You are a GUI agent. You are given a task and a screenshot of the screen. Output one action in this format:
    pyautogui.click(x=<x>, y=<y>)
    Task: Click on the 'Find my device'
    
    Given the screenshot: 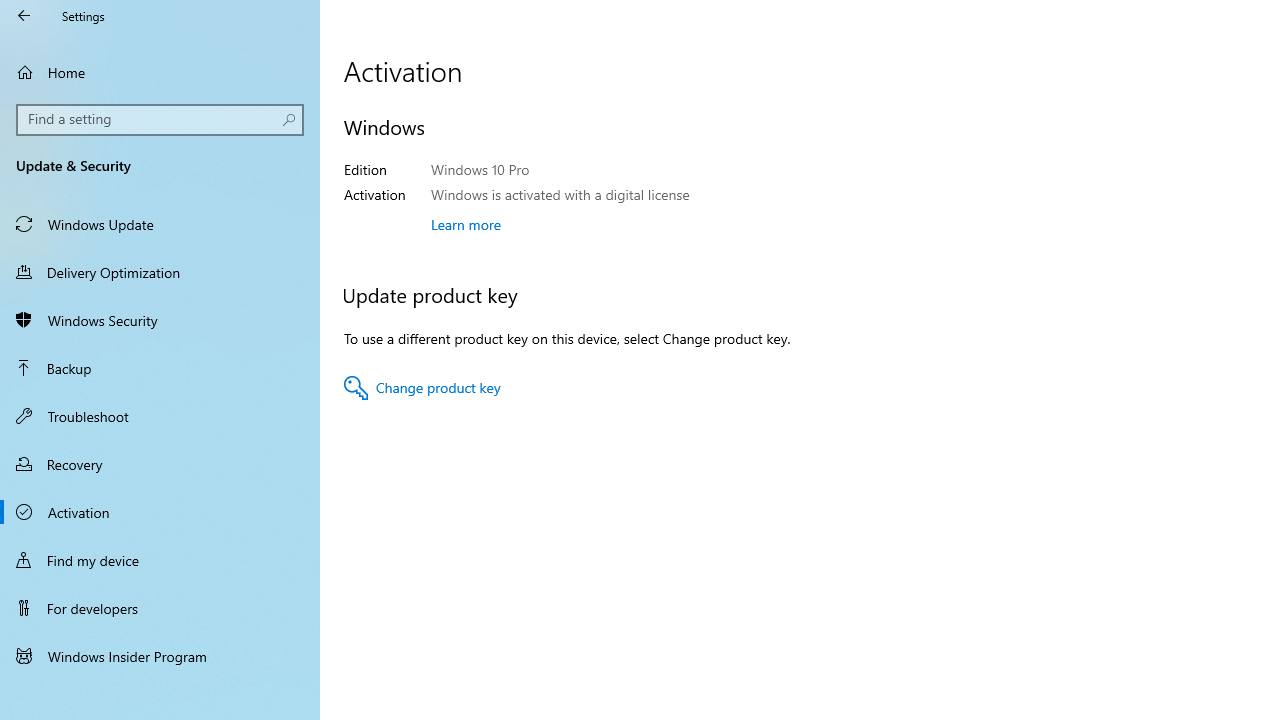 What is the action you would take?
    pyautogui.click(x=160, y=559)
    